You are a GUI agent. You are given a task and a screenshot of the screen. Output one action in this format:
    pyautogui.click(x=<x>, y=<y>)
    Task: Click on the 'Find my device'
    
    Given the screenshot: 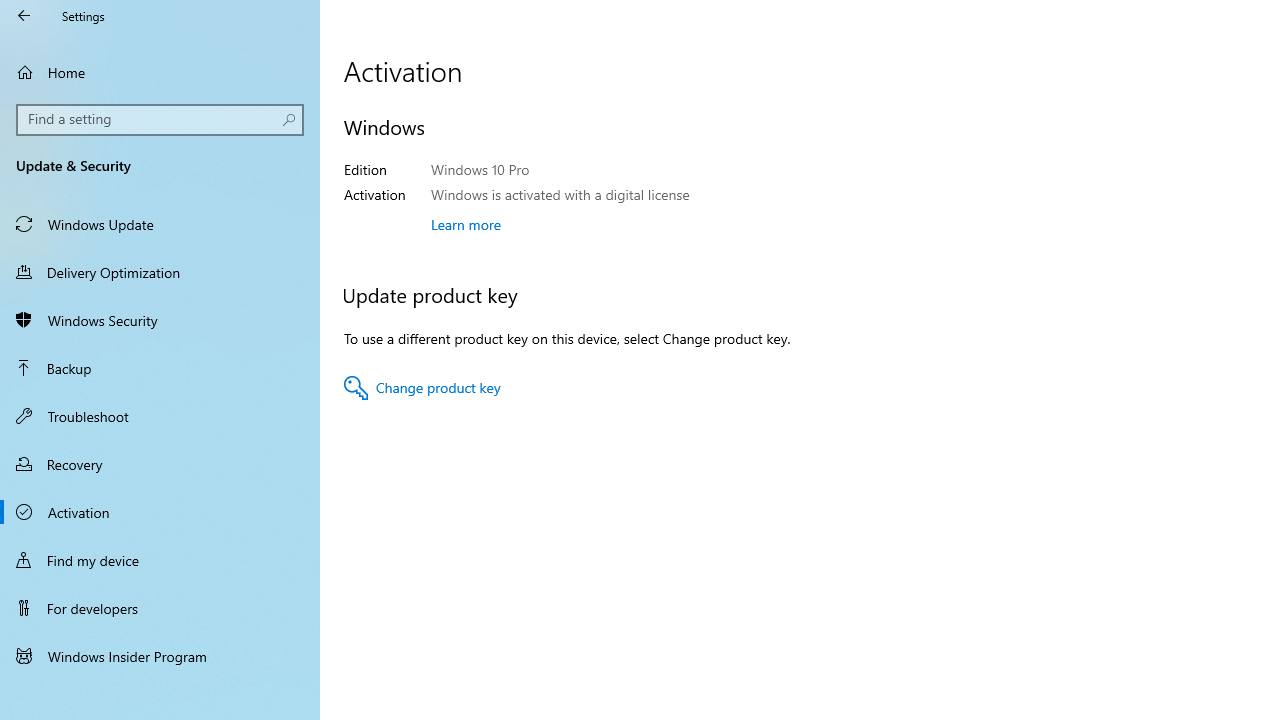 What is the action you would take?
    pyautogui.click(x=160, y=559)
    